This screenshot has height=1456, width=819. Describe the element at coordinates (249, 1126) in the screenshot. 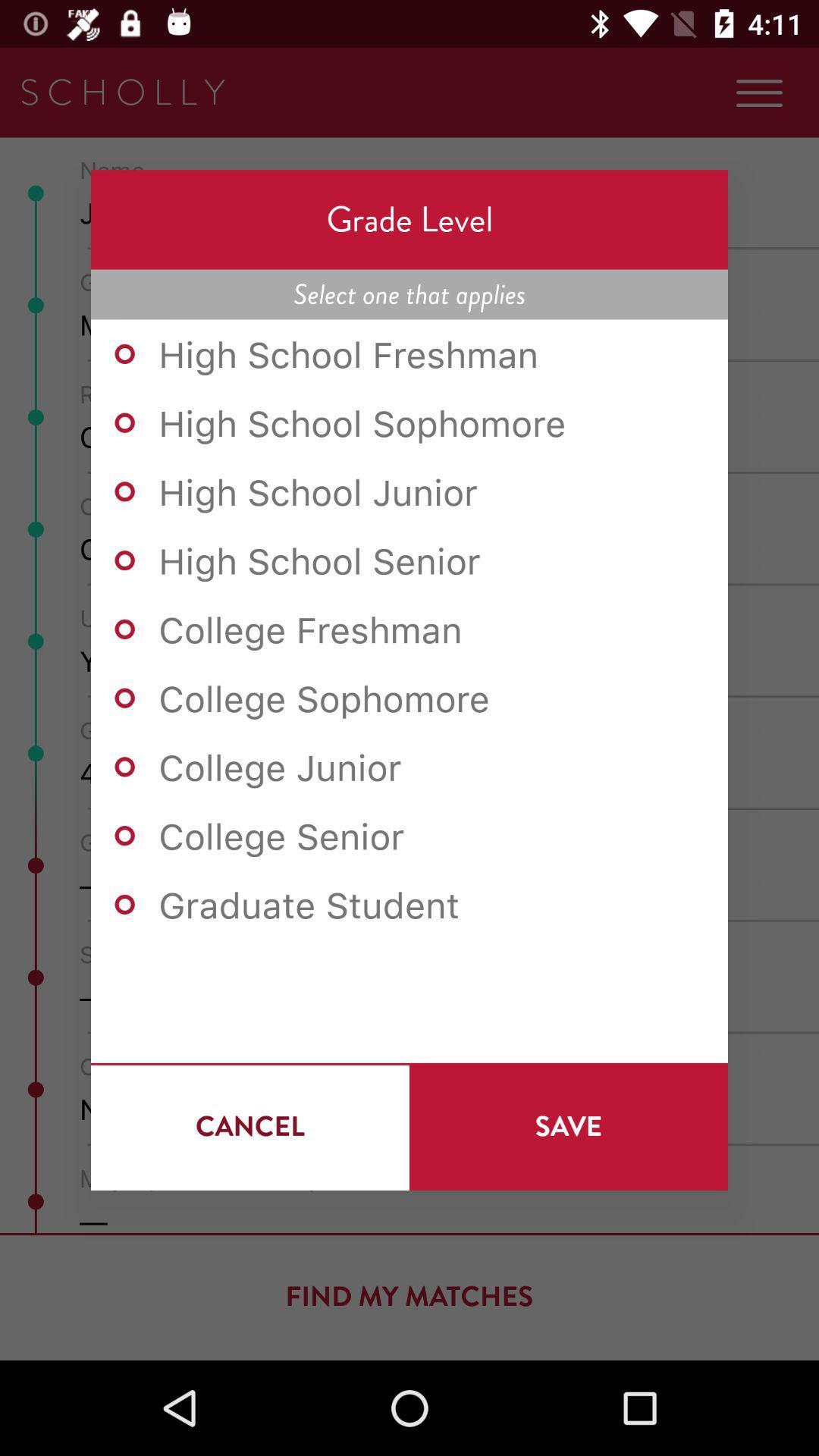

I see `the cancel item` at that location.